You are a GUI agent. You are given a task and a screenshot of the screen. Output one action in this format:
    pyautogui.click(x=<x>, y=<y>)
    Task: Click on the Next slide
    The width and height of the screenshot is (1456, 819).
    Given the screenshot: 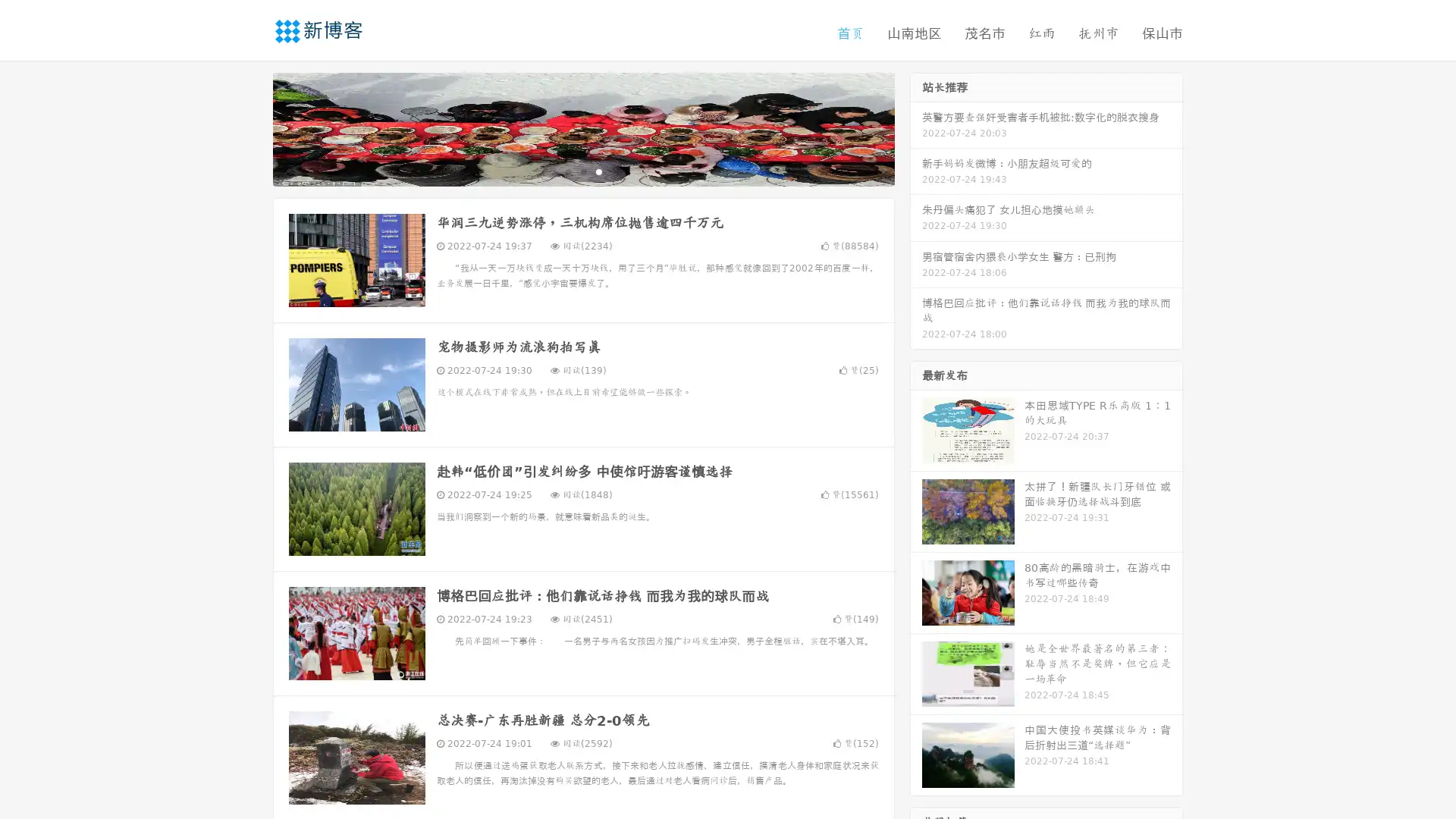 What is the action you would take?
    pyautogui.click(x=916, y=127)
    